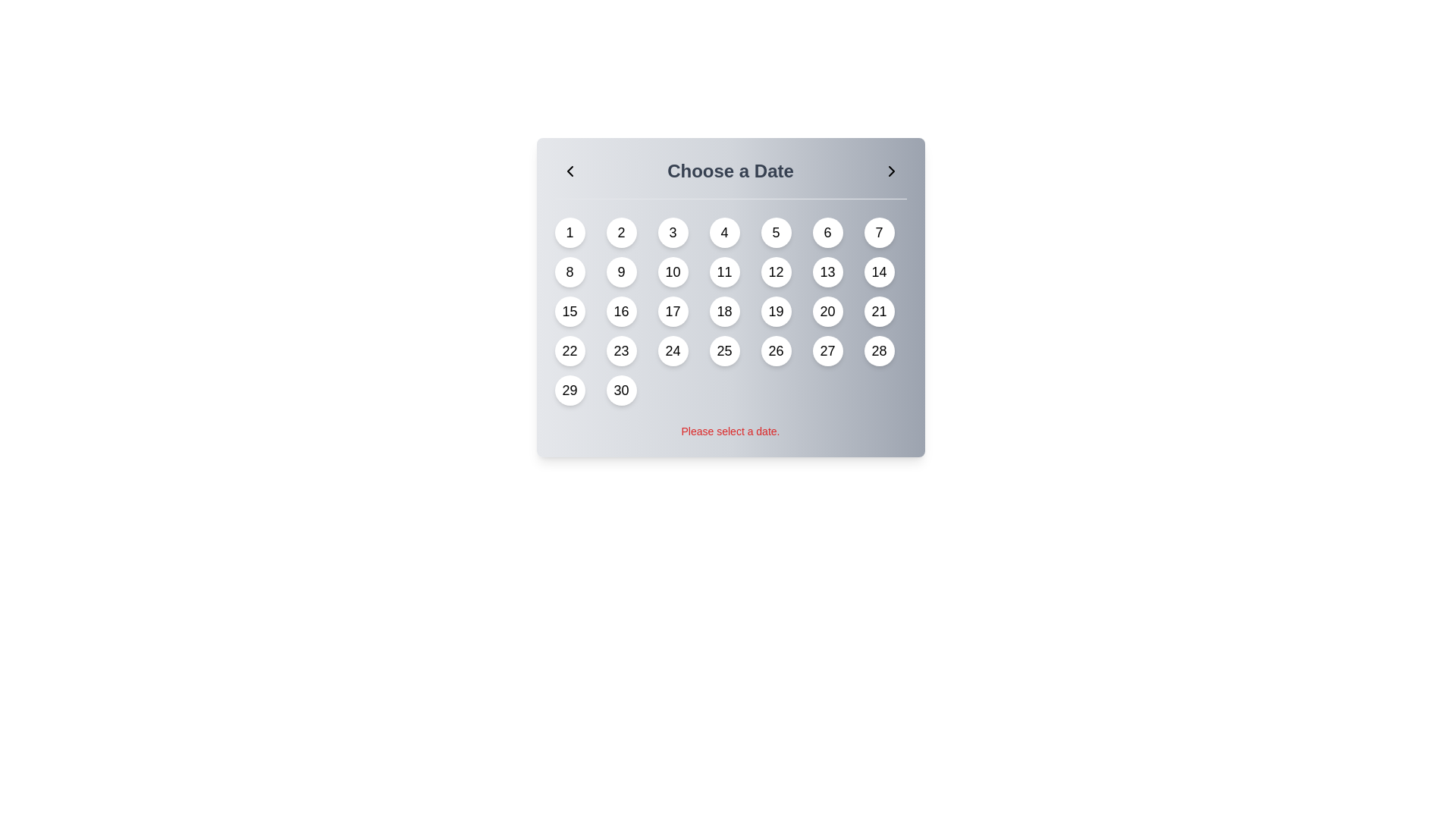  I want to click on the circular button with a white background and black text displaying the number '3', so click(672, 233).